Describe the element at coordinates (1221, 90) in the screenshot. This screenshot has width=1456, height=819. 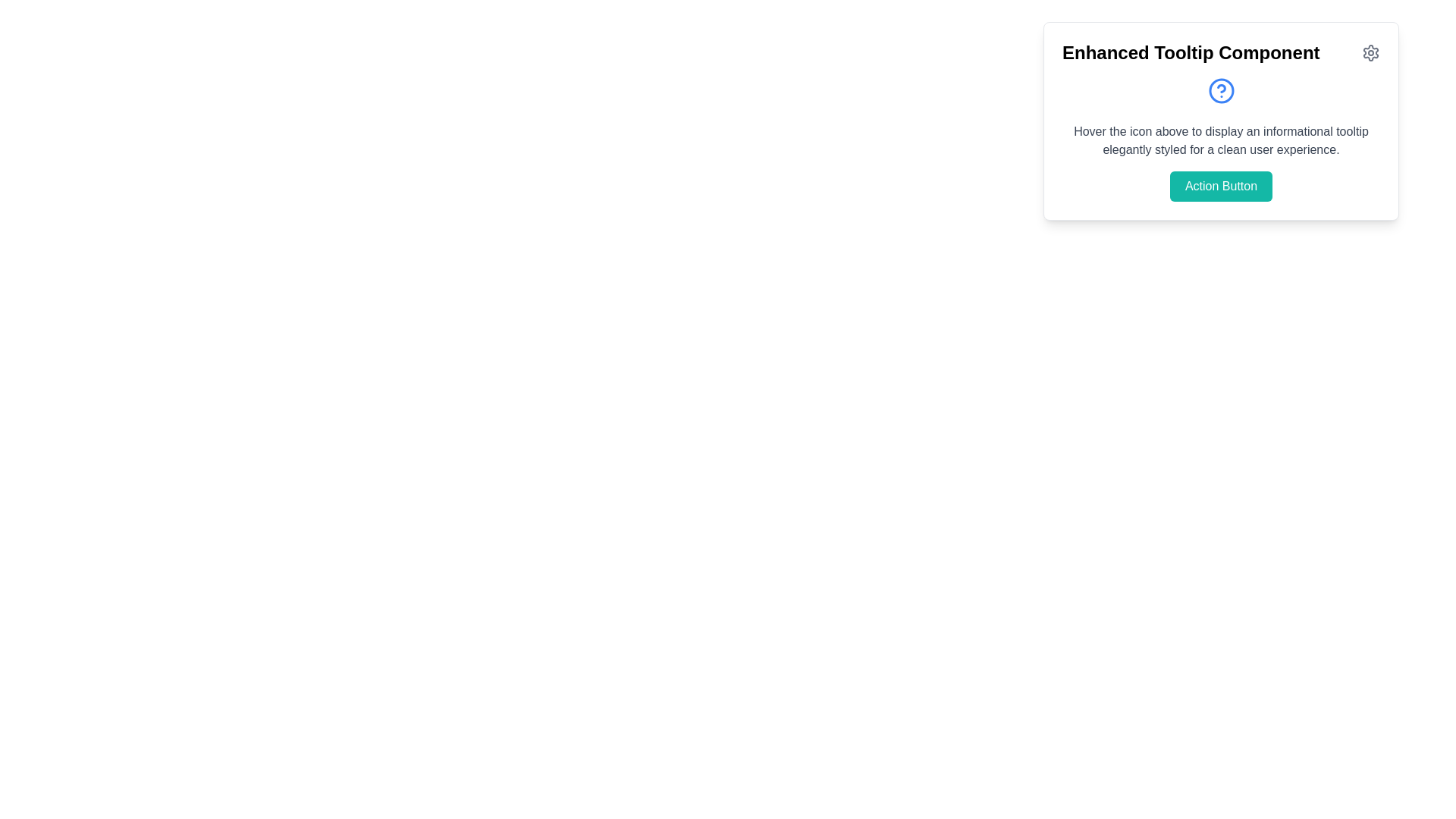
I see `the interactive icon located below the heading 'Enhanced Tooltip Component' and above the instructions text, situated above the 'Action Button'` at that location.